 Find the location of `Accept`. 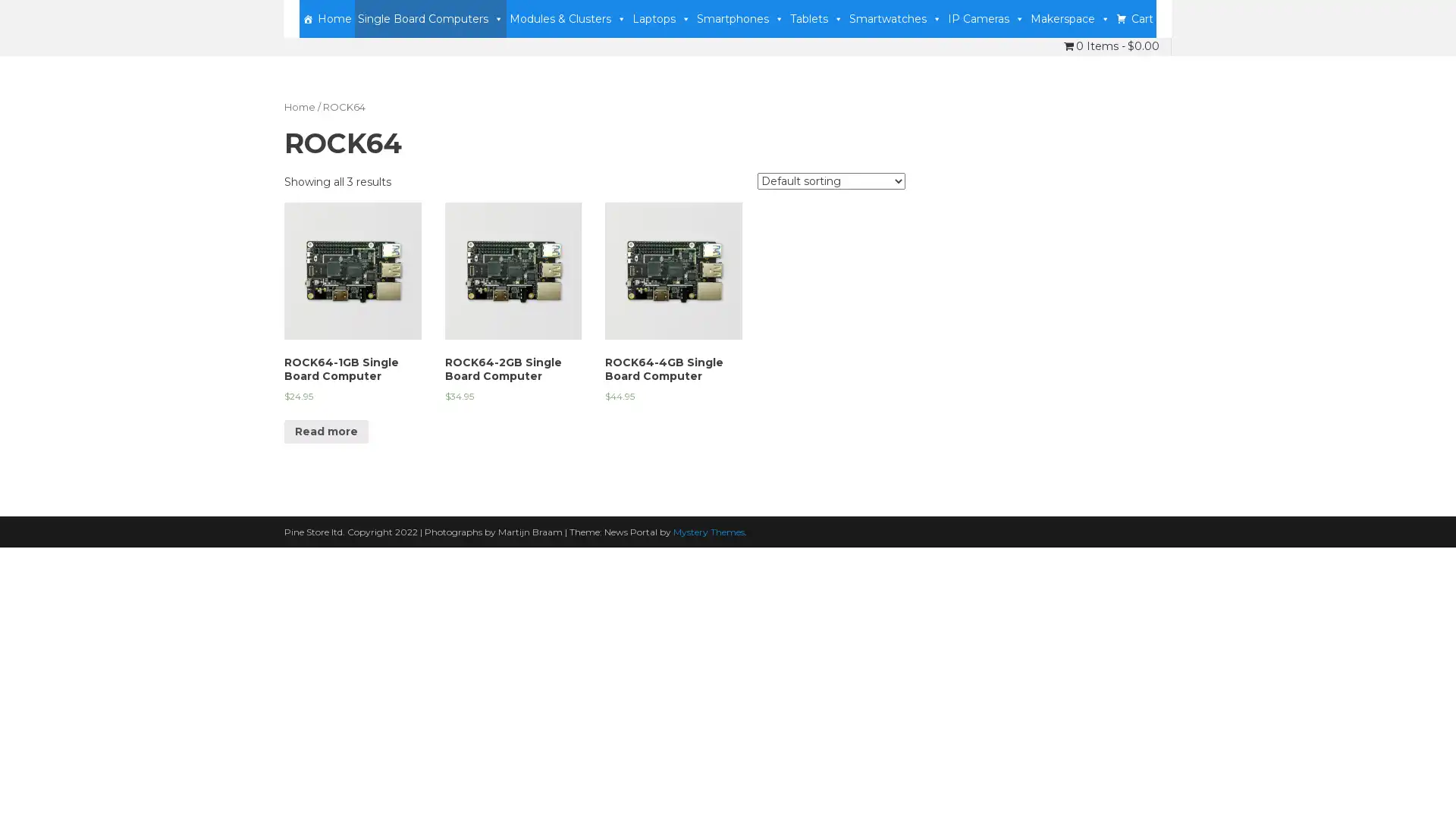

Accept is located at coordinates (960, 795).